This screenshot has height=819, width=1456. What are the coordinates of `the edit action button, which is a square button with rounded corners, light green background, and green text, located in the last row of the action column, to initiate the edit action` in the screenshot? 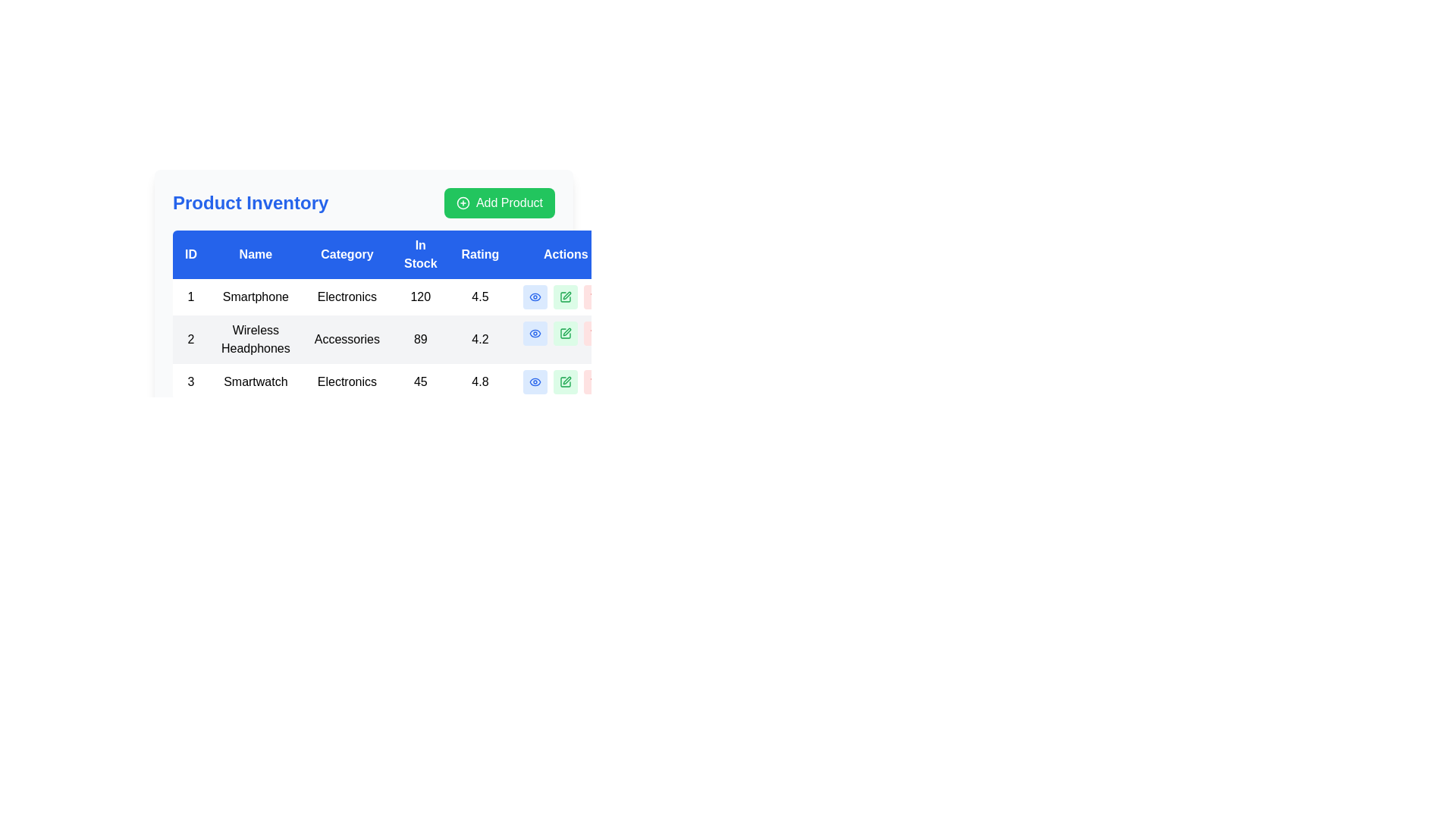 It's located at (565, 381).